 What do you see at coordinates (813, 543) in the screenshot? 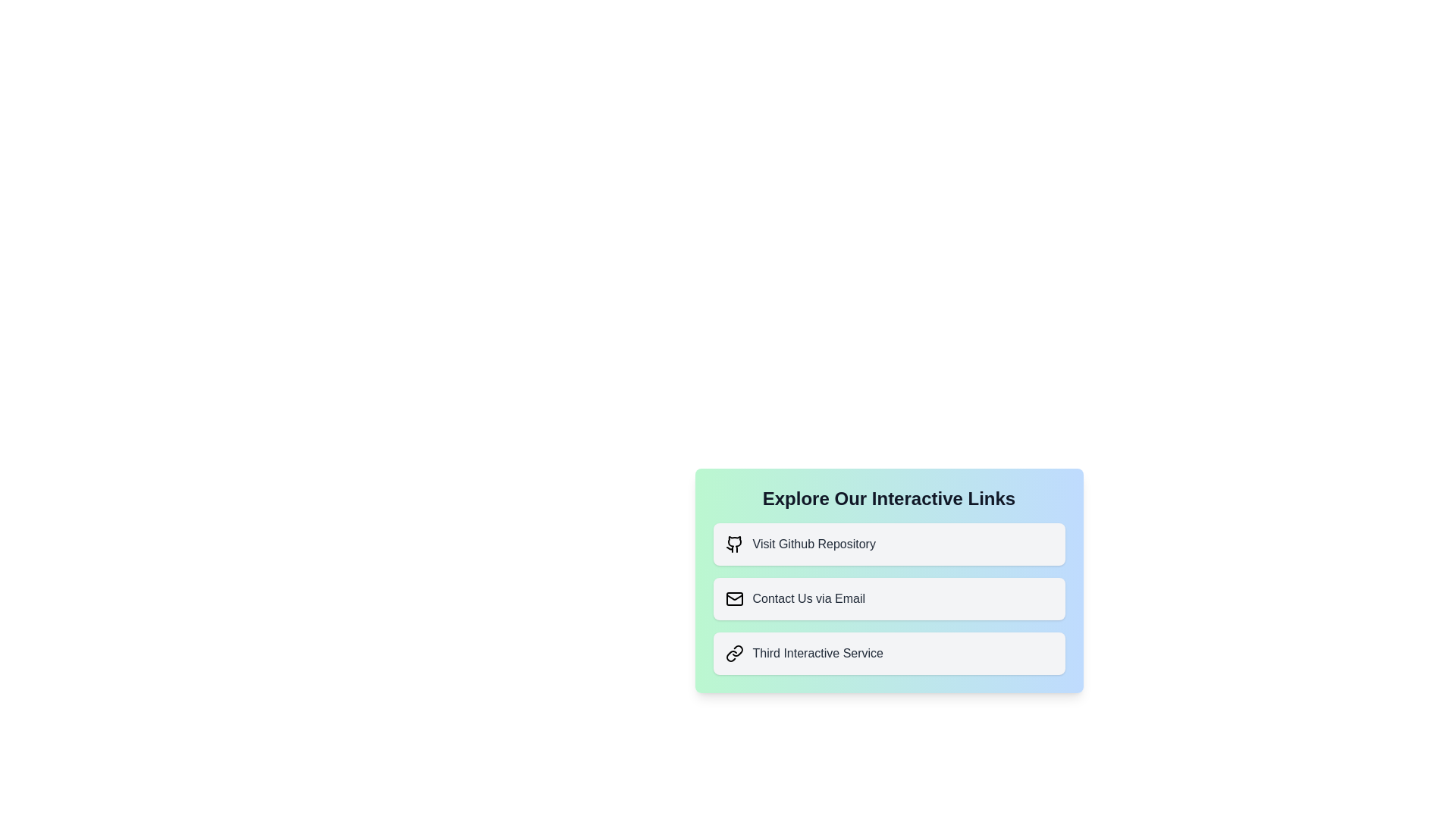
I see `the text label that informs the user about the link's purpose to visit the associated GitHub repository, located centrally within the first interactive link in the 'Explore Our Interactive Links' section` at bounding box center [813, 543].